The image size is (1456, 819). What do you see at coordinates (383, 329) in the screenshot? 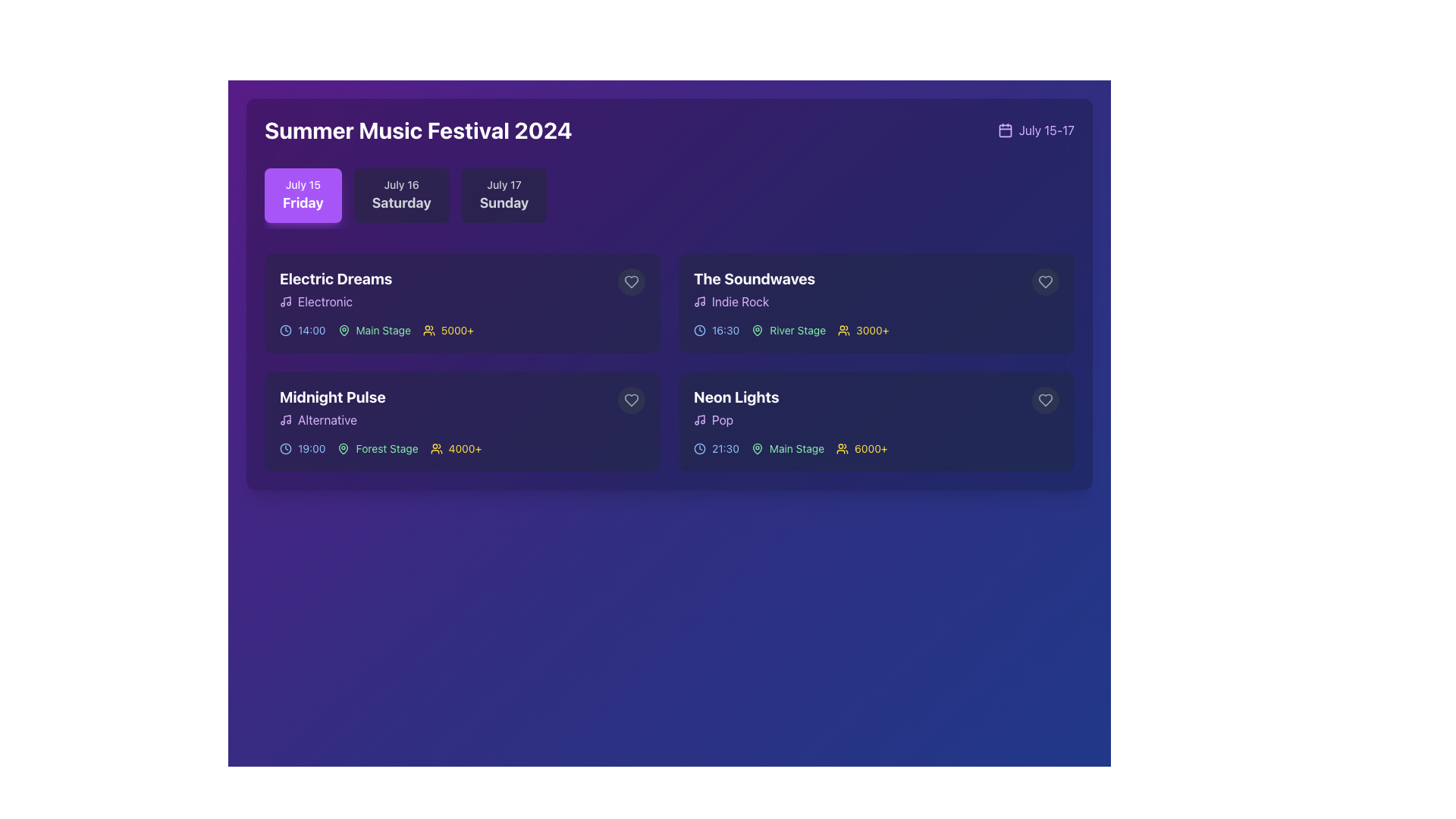
I see `the 'Main Stage' label, which is styled in a light green font against a dark background and is associated with a map pin icon, located in the top left of the 'Electric Dreams' event card` at bounding box center [383, 329].